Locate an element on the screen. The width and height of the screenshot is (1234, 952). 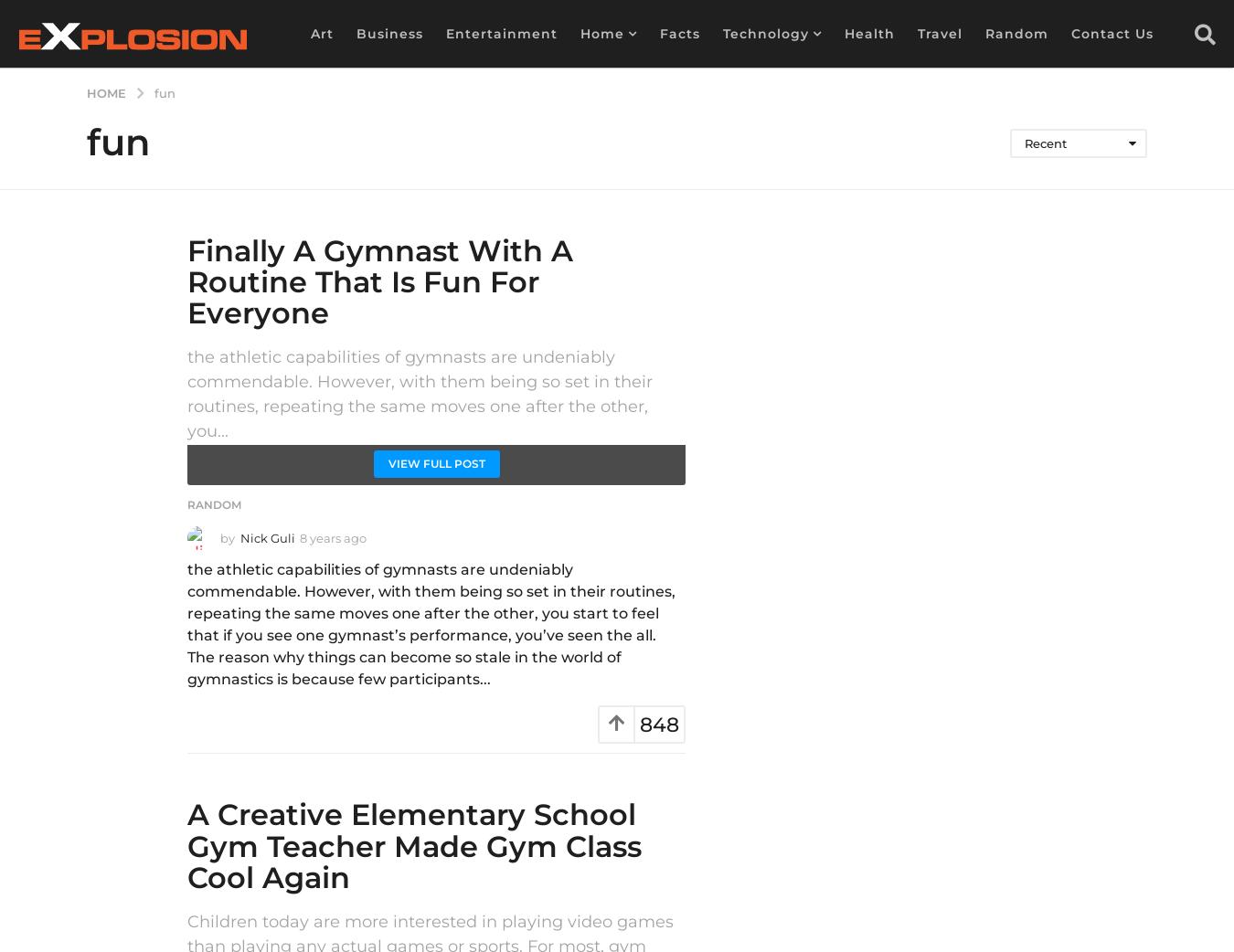
'Art' is located at coordinates (322, 32).